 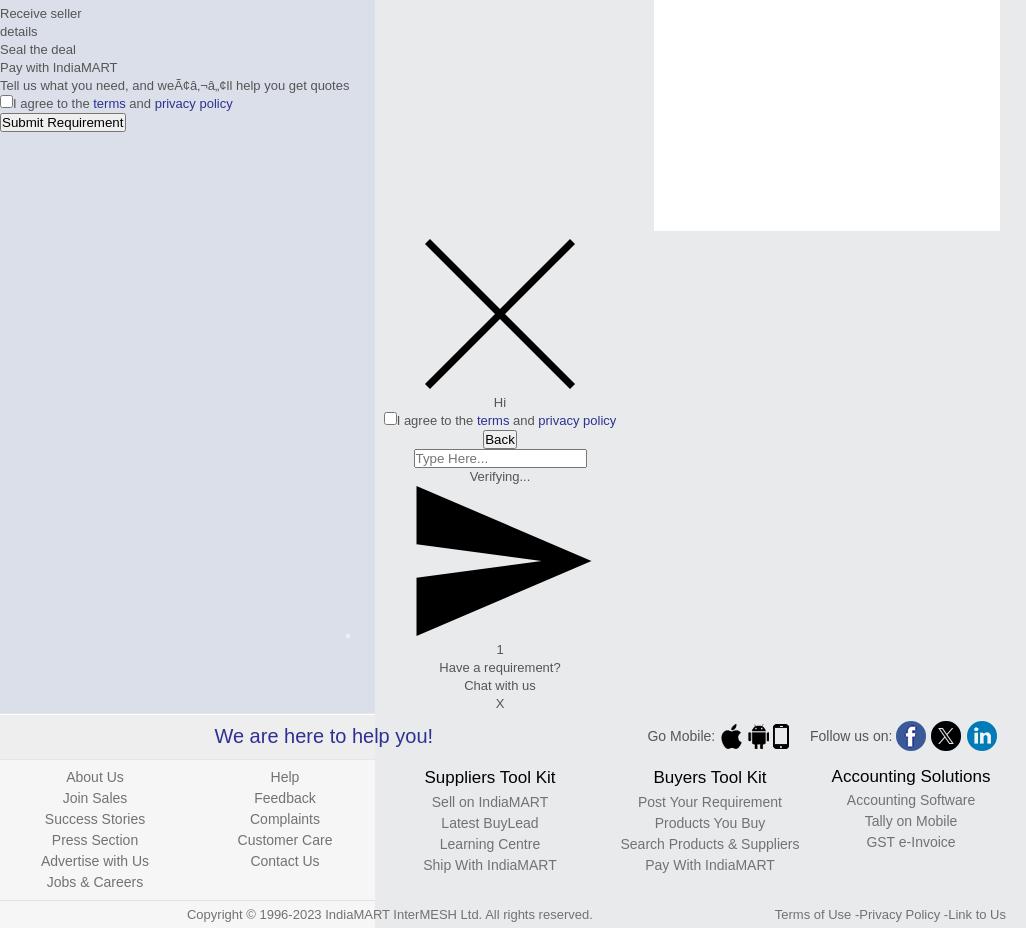 I want to click on 'Copyright © 1996-2023 IndiaMART InterMESH Ltd. All rights reserved.', so click(x=387, y=914).